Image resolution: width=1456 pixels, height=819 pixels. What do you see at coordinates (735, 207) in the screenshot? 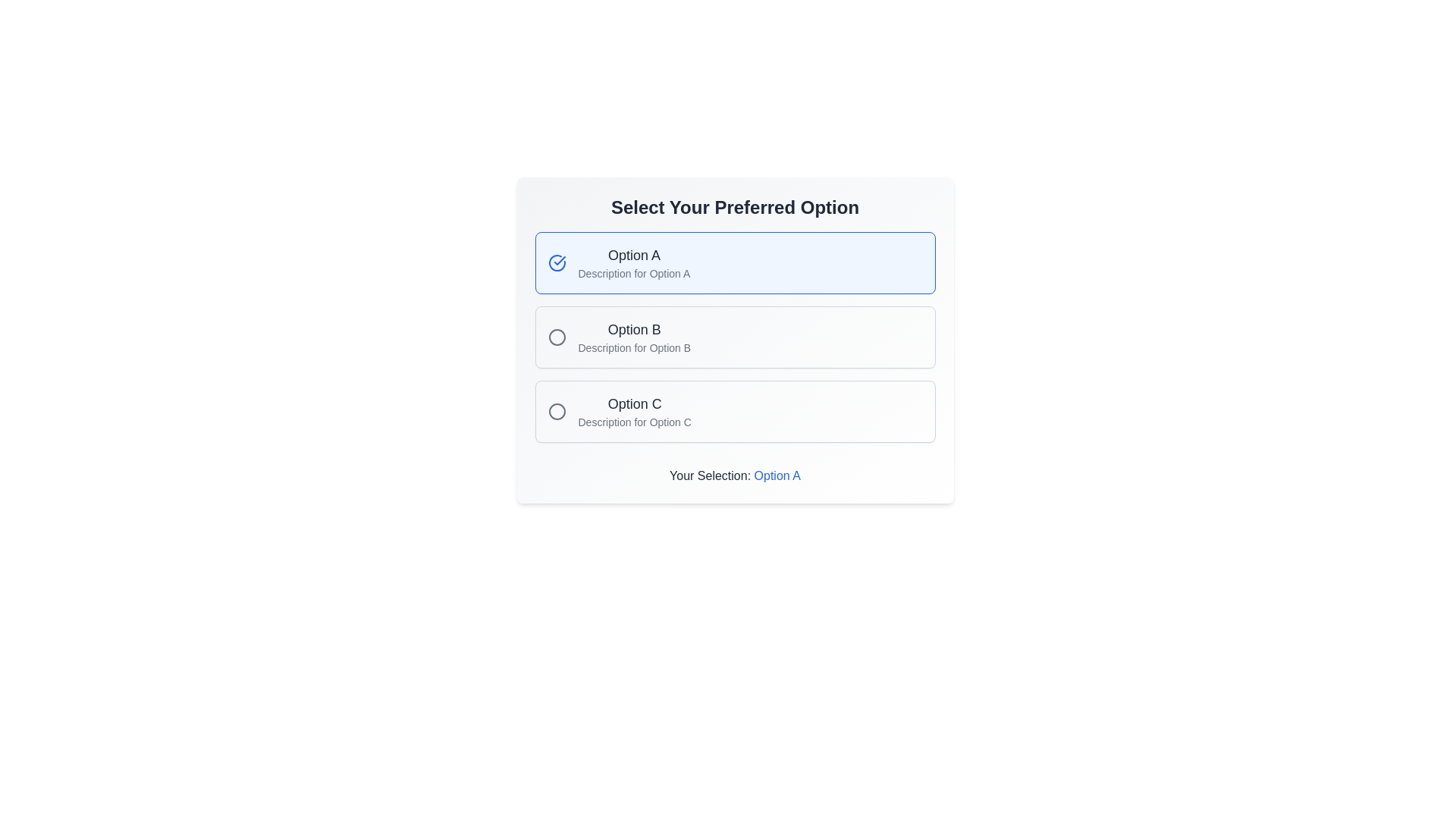
I see `the heading text element that serves as a title for the section` at bounding box center [735, 207].